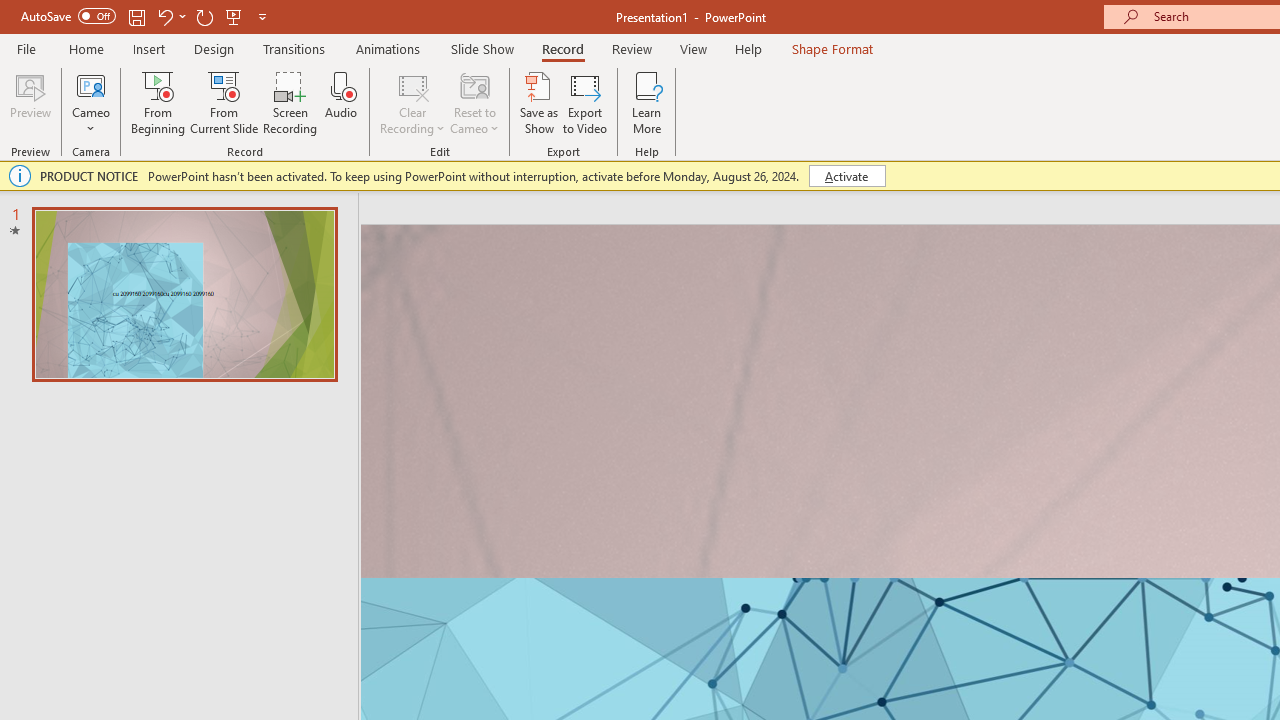 This screenshot has width=1280, height=720. Describe the element at coordinates (289, 103) in the screenshot. I see `'Screen Recording'` at that location.